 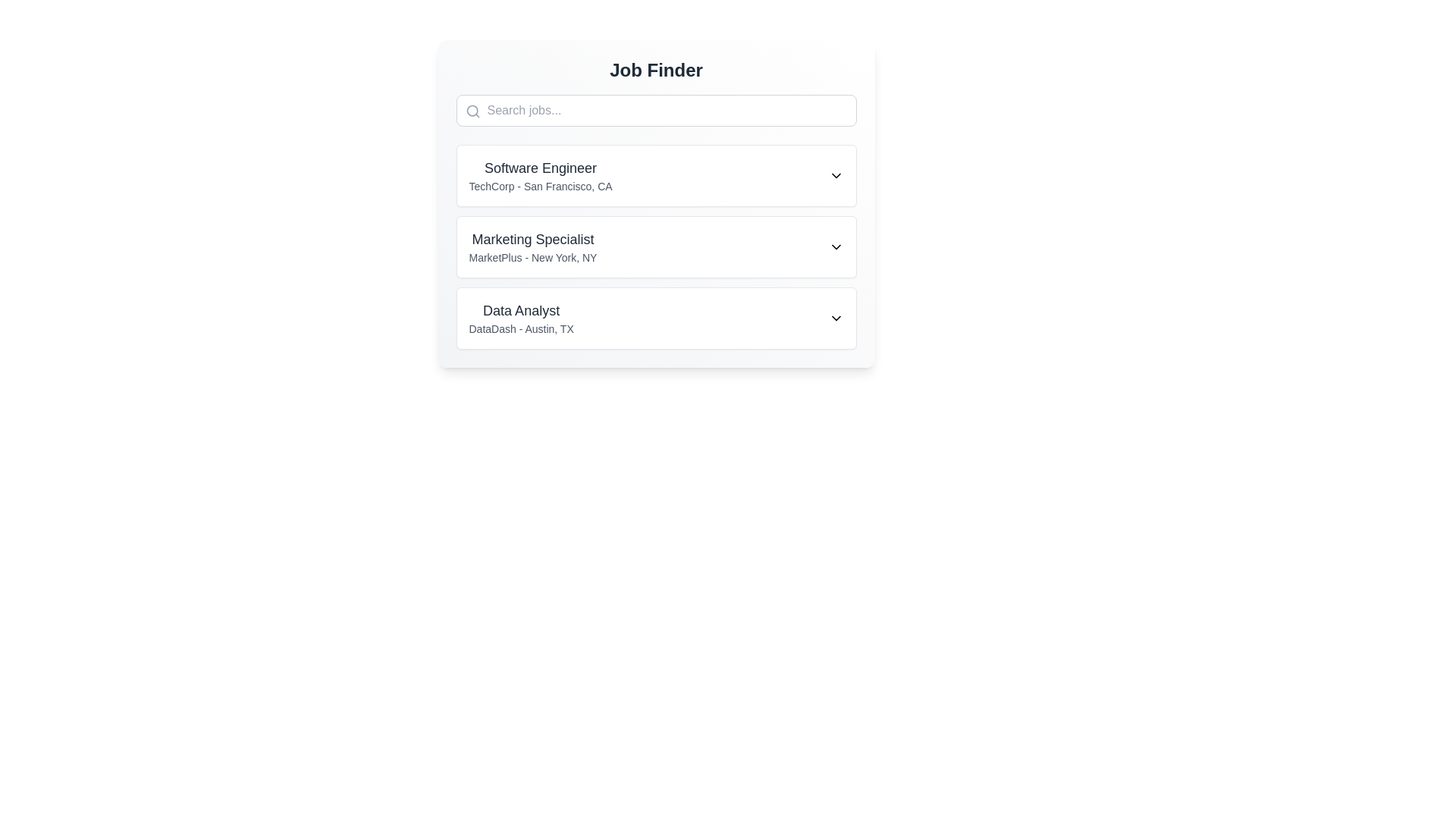 I want to click on the text display element that shows 'MarketPlus - New York, NY', which is styled in a smaller, lighter font and located below the title 'Marketing Specialist', so click(x=532, y=256).